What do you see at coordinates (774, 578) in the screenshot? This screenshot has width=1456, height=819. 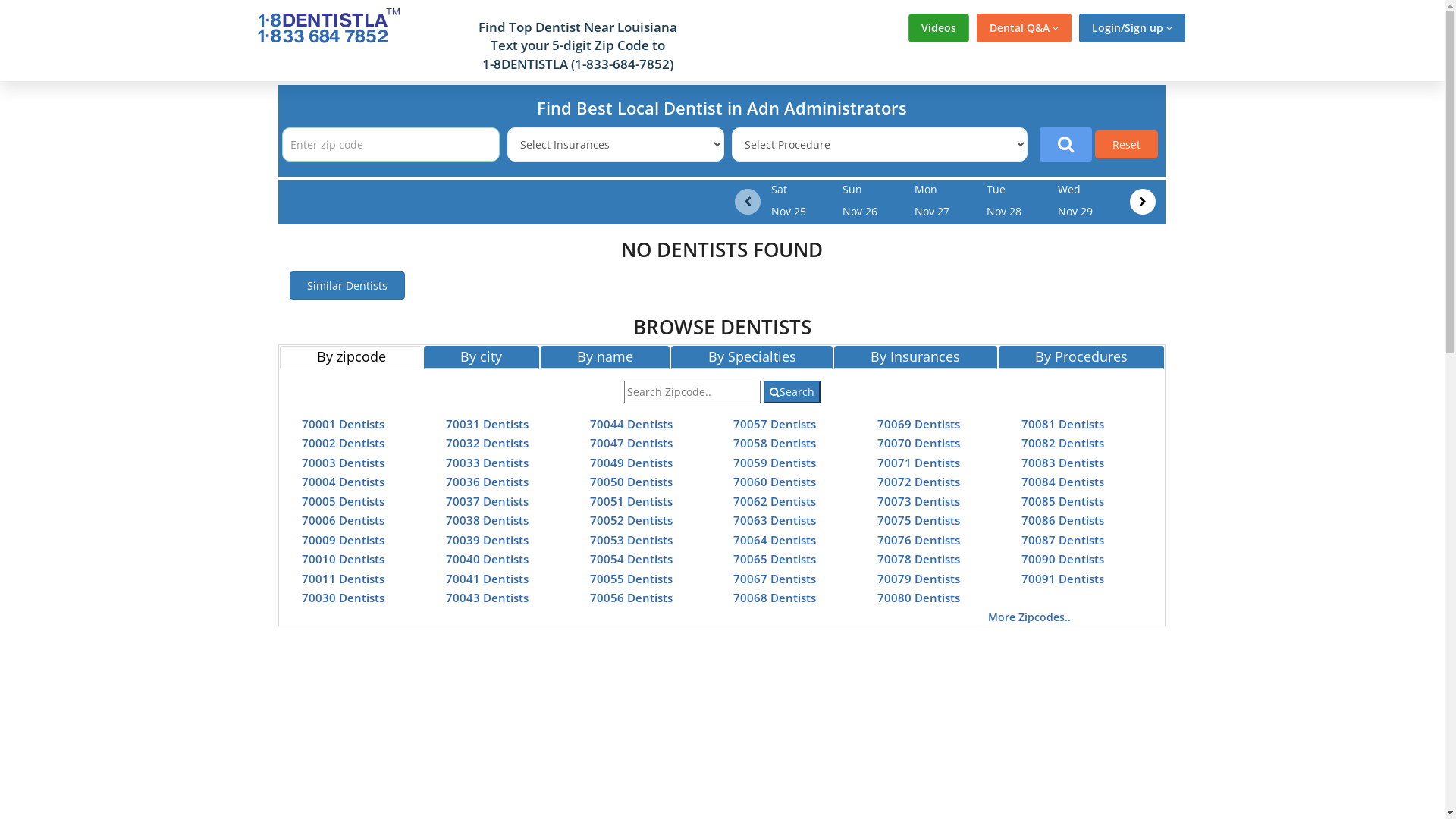 I see `'70067 Dentists'` at bounding box center [774, 578].